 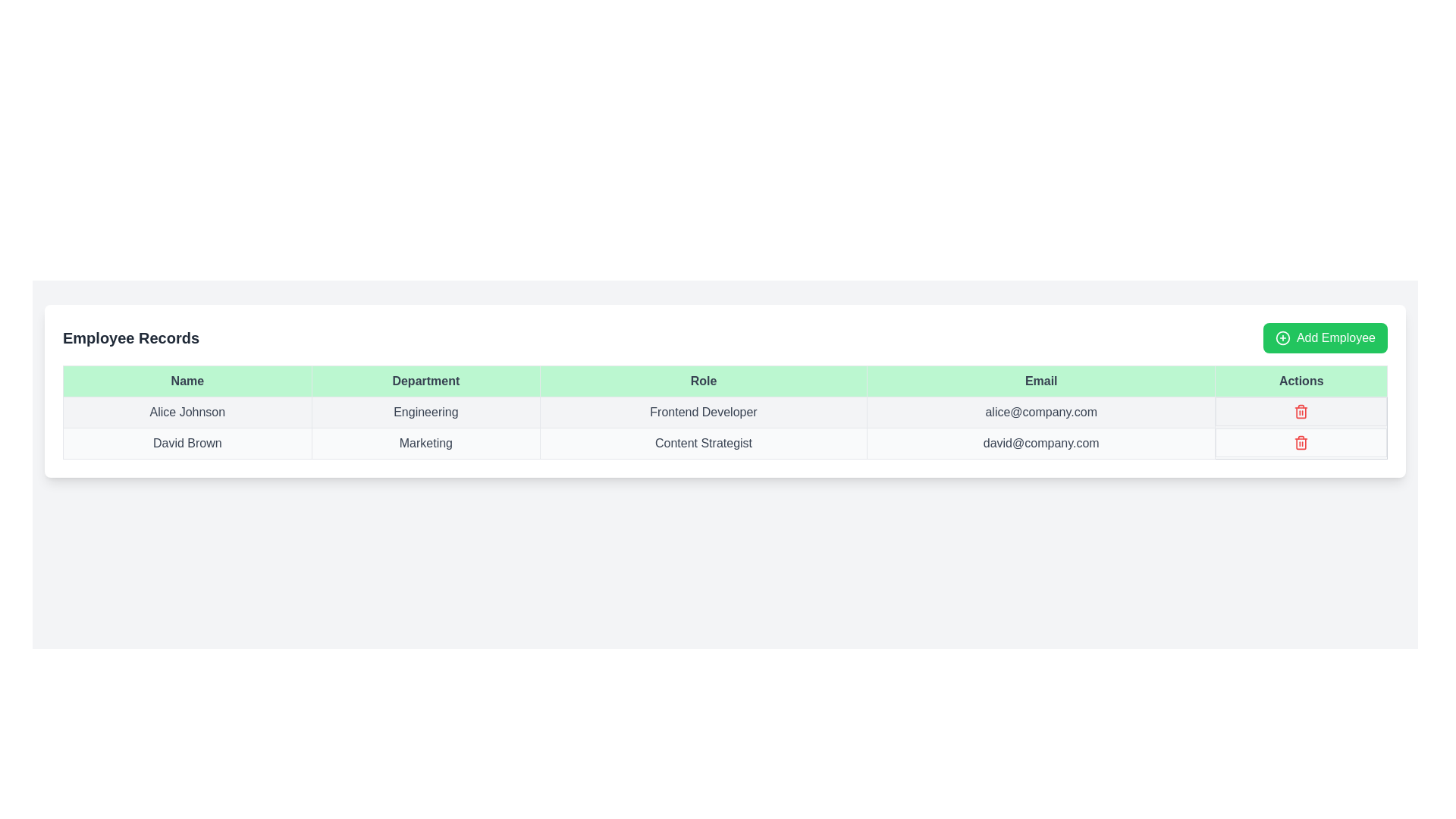 What do you see at coordinates (187, 444) in the screenshot?
I see `the text label displaying the name 'David Brown' in the first column of the second row under the 'Name' header in the employee table` at bounding box center [187, 444].